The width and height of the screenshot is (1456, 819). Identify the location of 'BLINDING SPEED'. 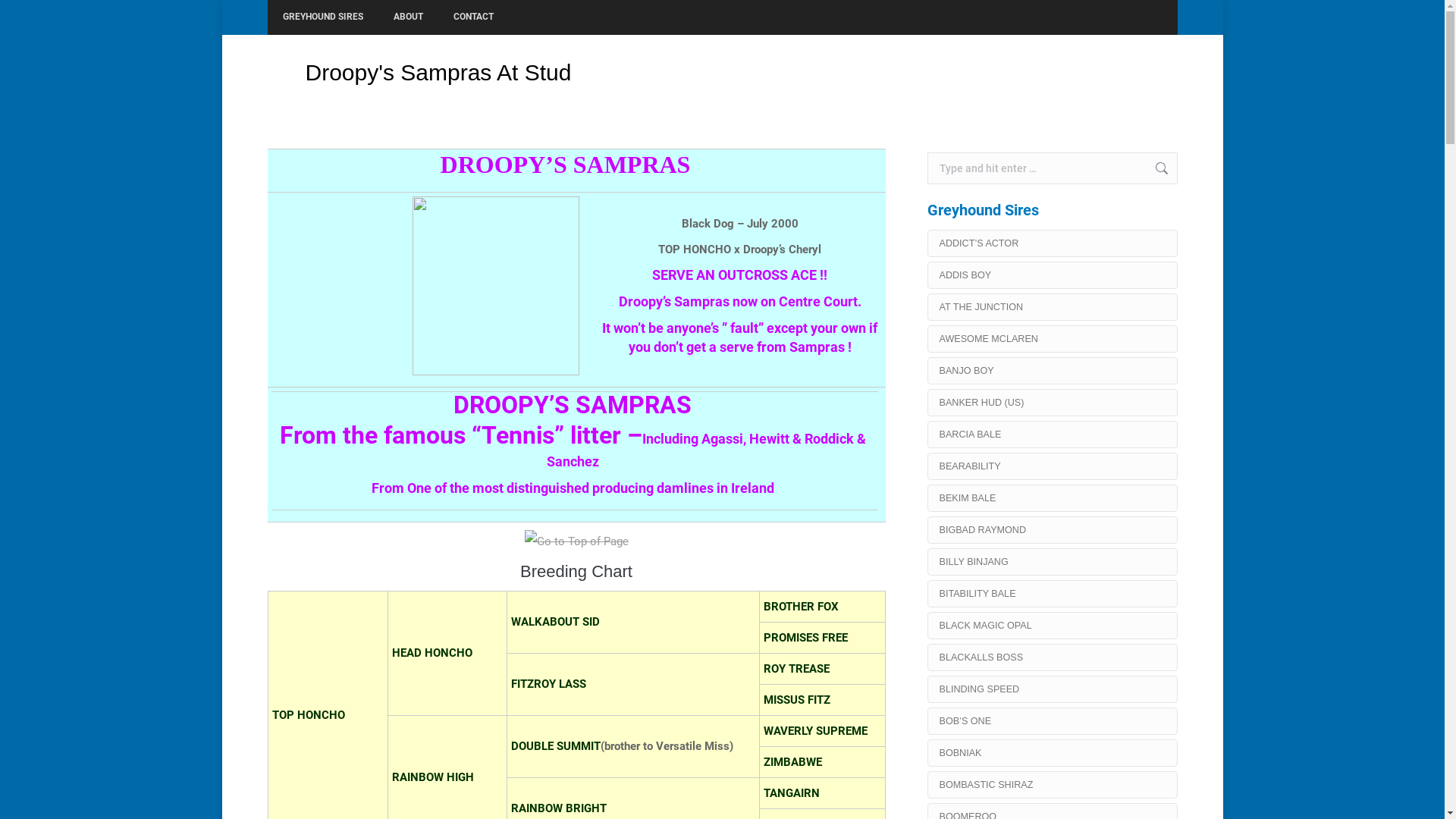
(1051, 689).